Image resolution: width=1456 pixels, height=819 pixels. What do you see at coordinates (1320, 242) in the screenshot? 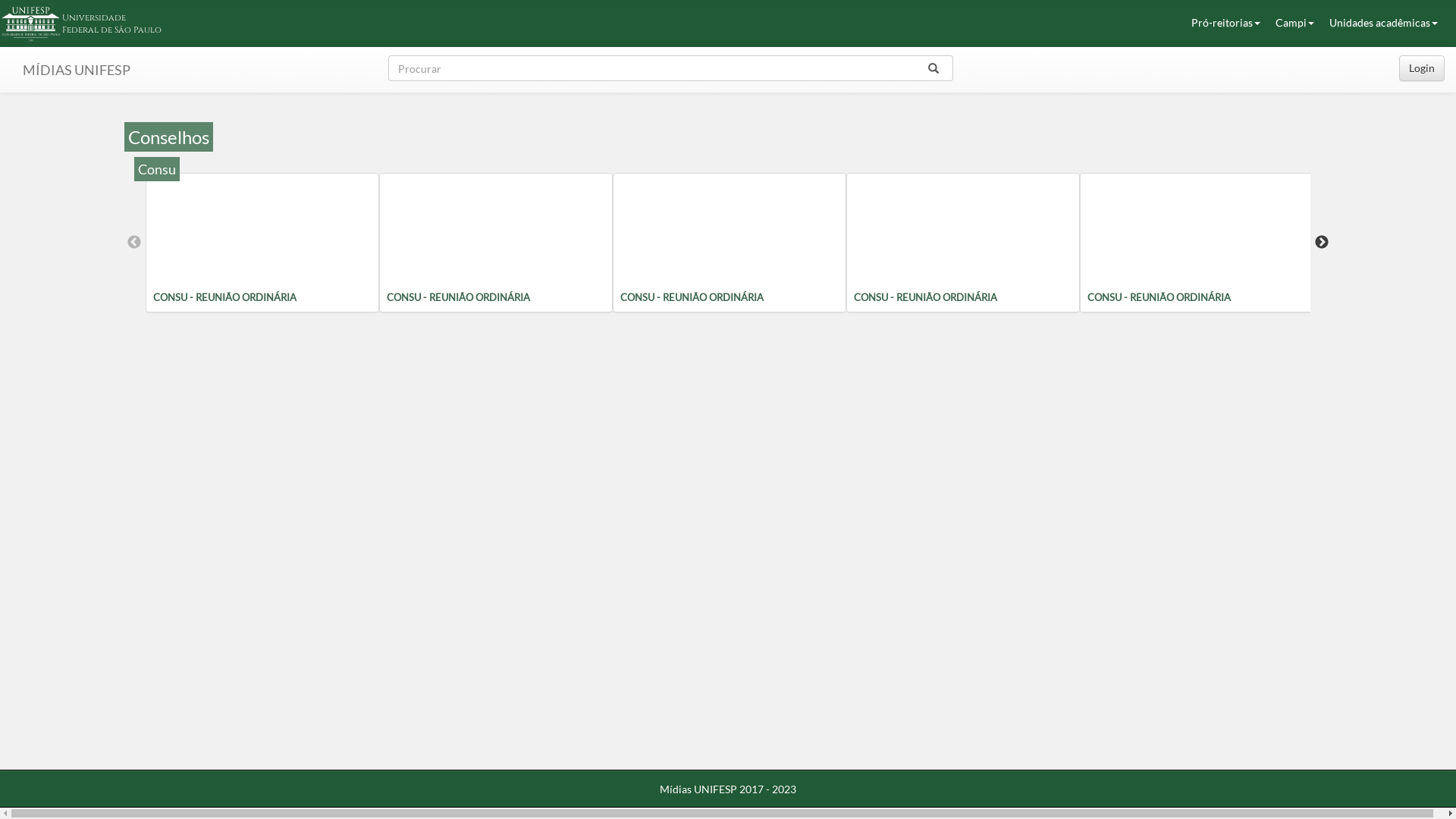
I see `'Next'` at bounding box center [1320, 242].